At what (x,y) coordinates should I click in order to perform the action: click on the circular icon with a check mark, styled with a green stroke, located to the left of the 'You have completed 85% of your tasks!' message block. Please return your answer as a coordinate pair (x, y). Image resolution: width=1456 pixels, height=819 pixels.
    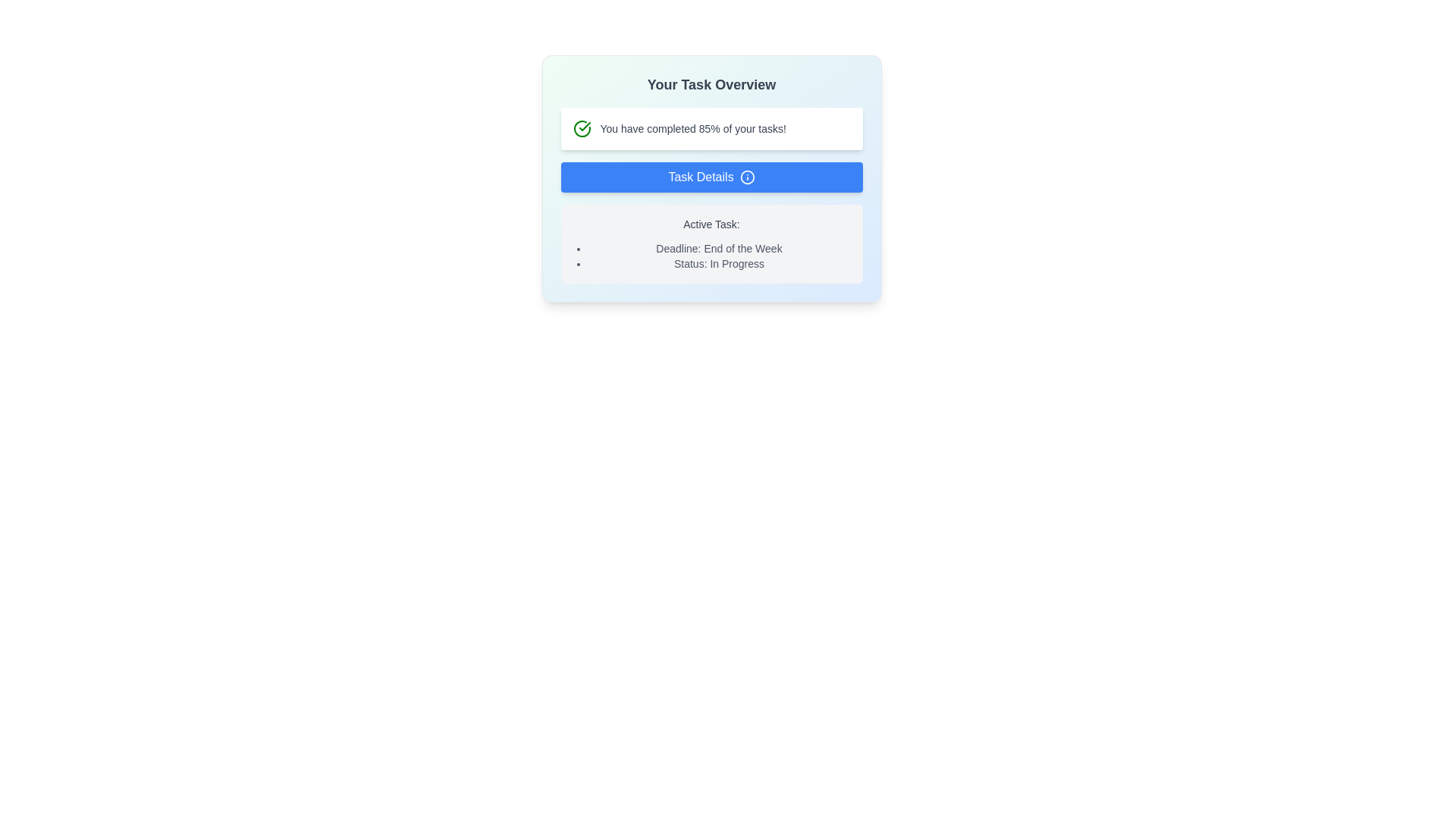
    Looking at the image, I should click on (581, 127).